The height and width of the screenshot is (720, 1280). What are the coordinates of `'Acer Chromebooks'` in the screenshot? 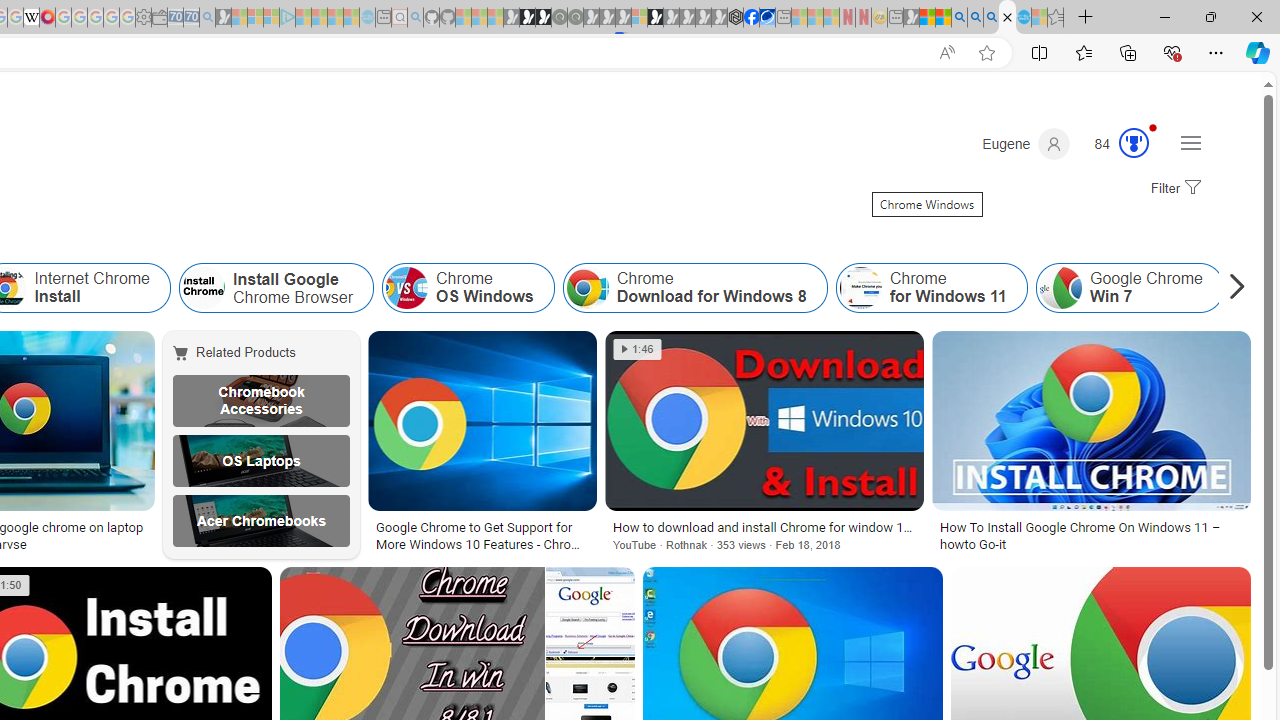 It's located at (260, 520).